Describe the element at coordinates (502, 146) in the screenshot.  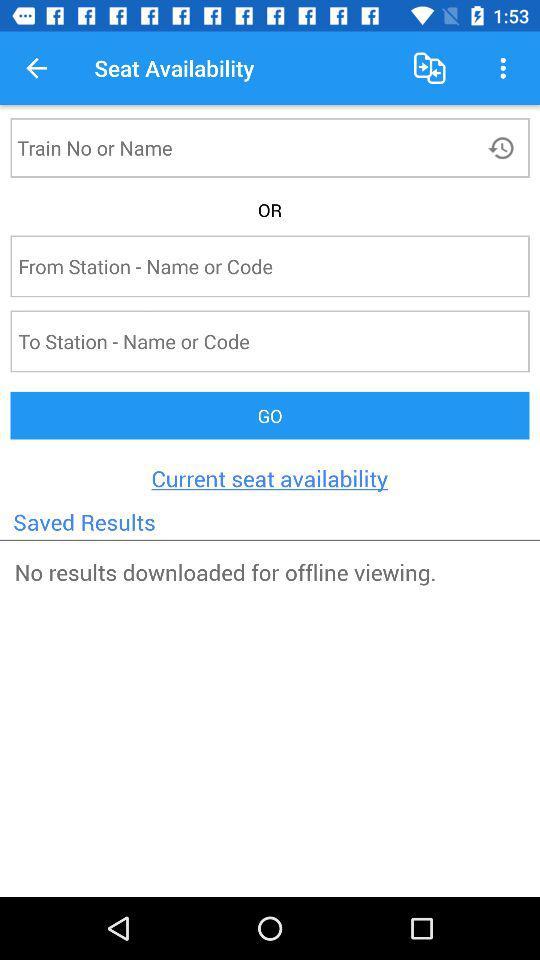
I see `the icon above or` at that location.